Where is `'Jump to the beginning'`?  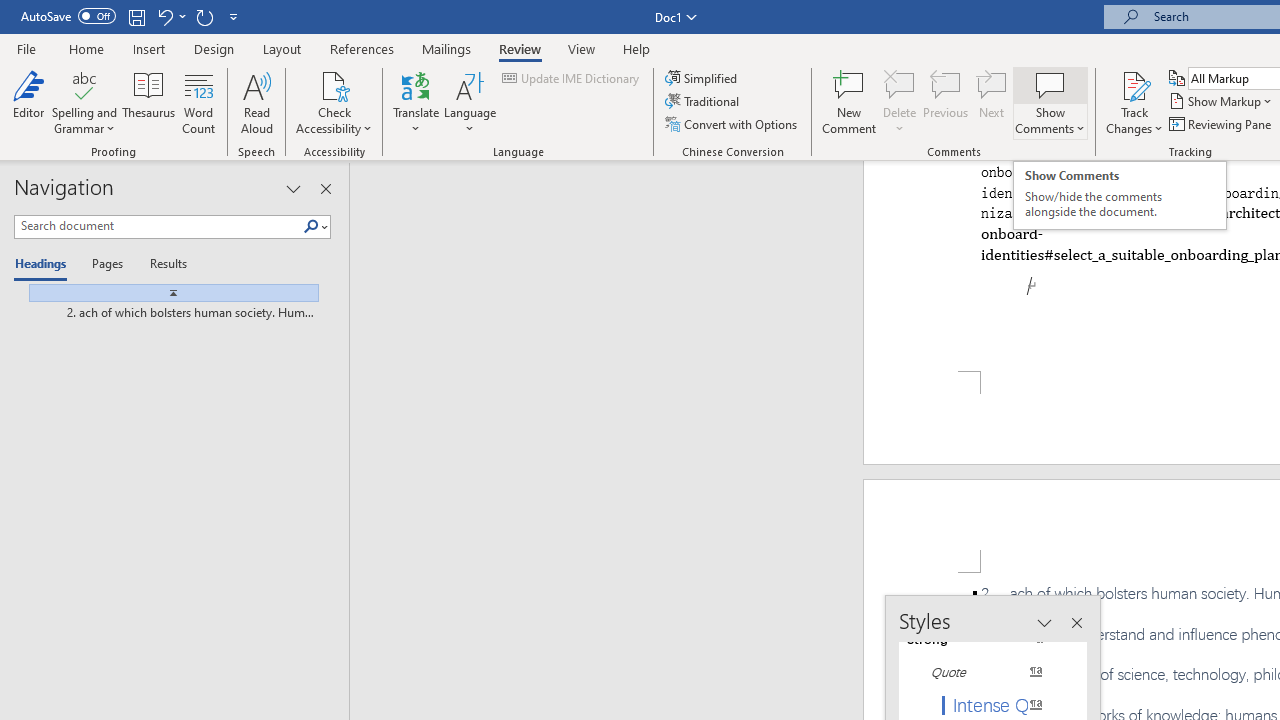 'Jump to the beginning' is located at coordinates (166, 292).